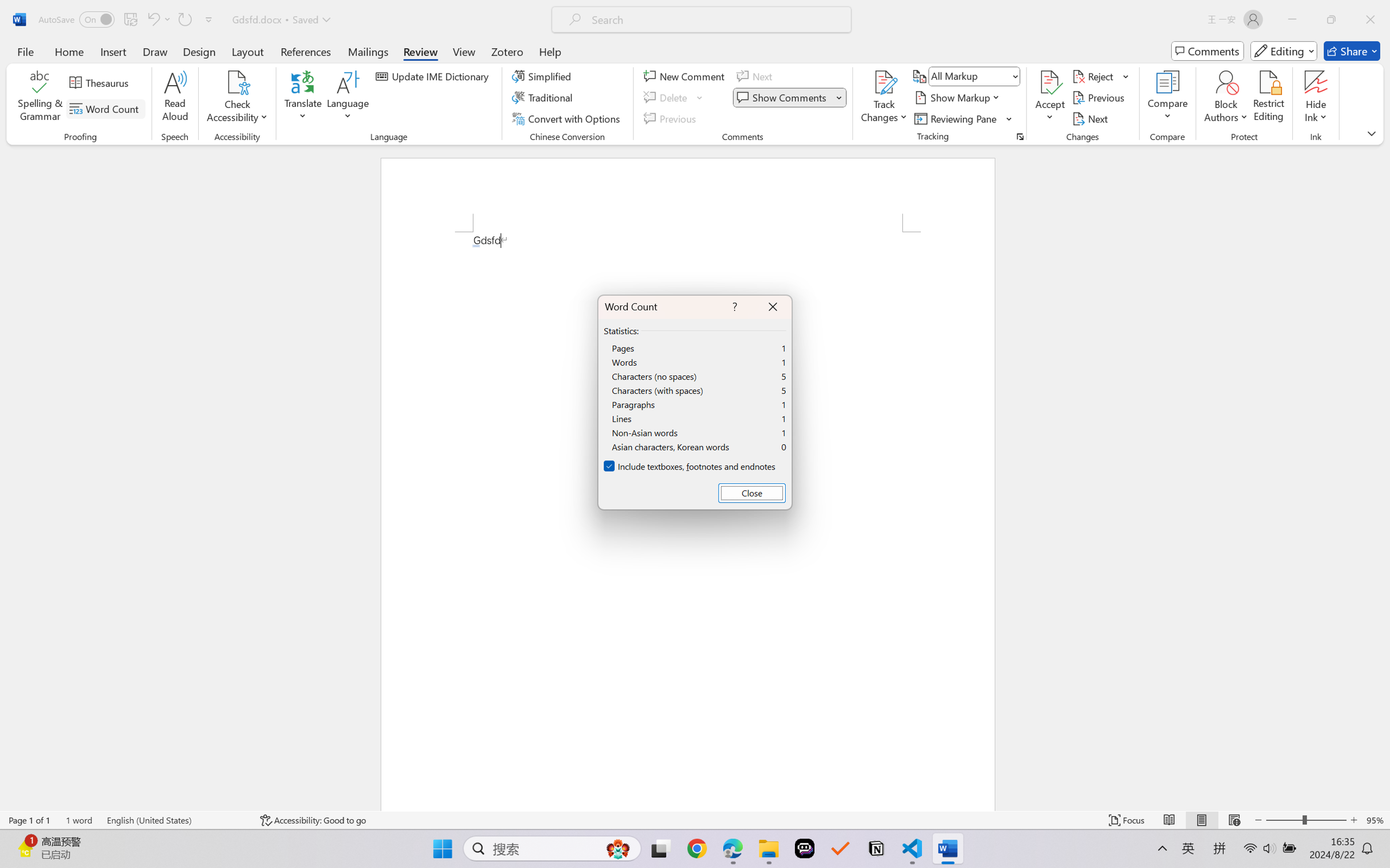  I want to click on 'Block Authors', so click(1225, 82).